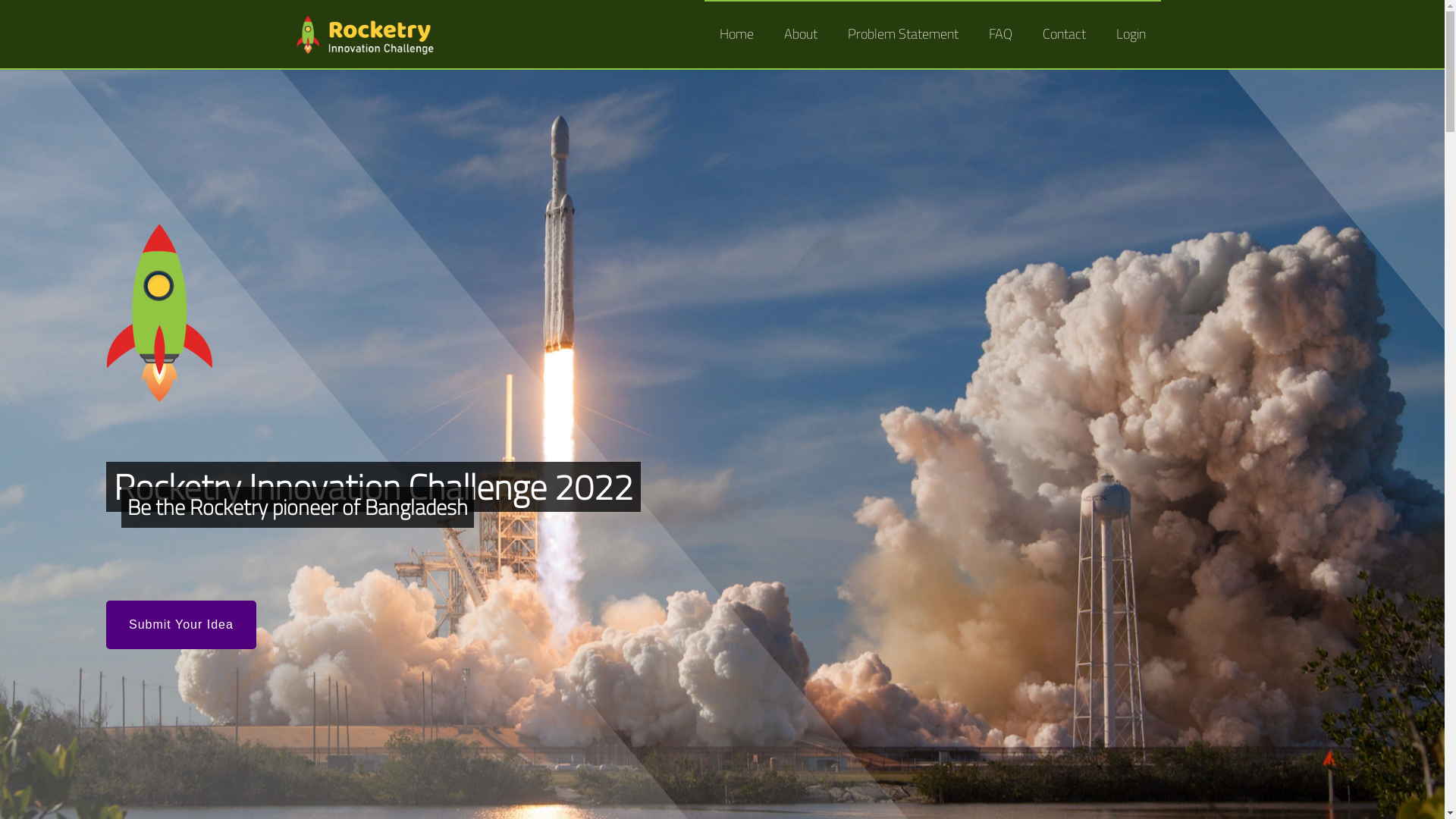 This screenshot has width=1456, height=819. What do you see at coordinates (1100, 34) in the screenshot?
I see `'Login'` at bounding box center [1100, 34].